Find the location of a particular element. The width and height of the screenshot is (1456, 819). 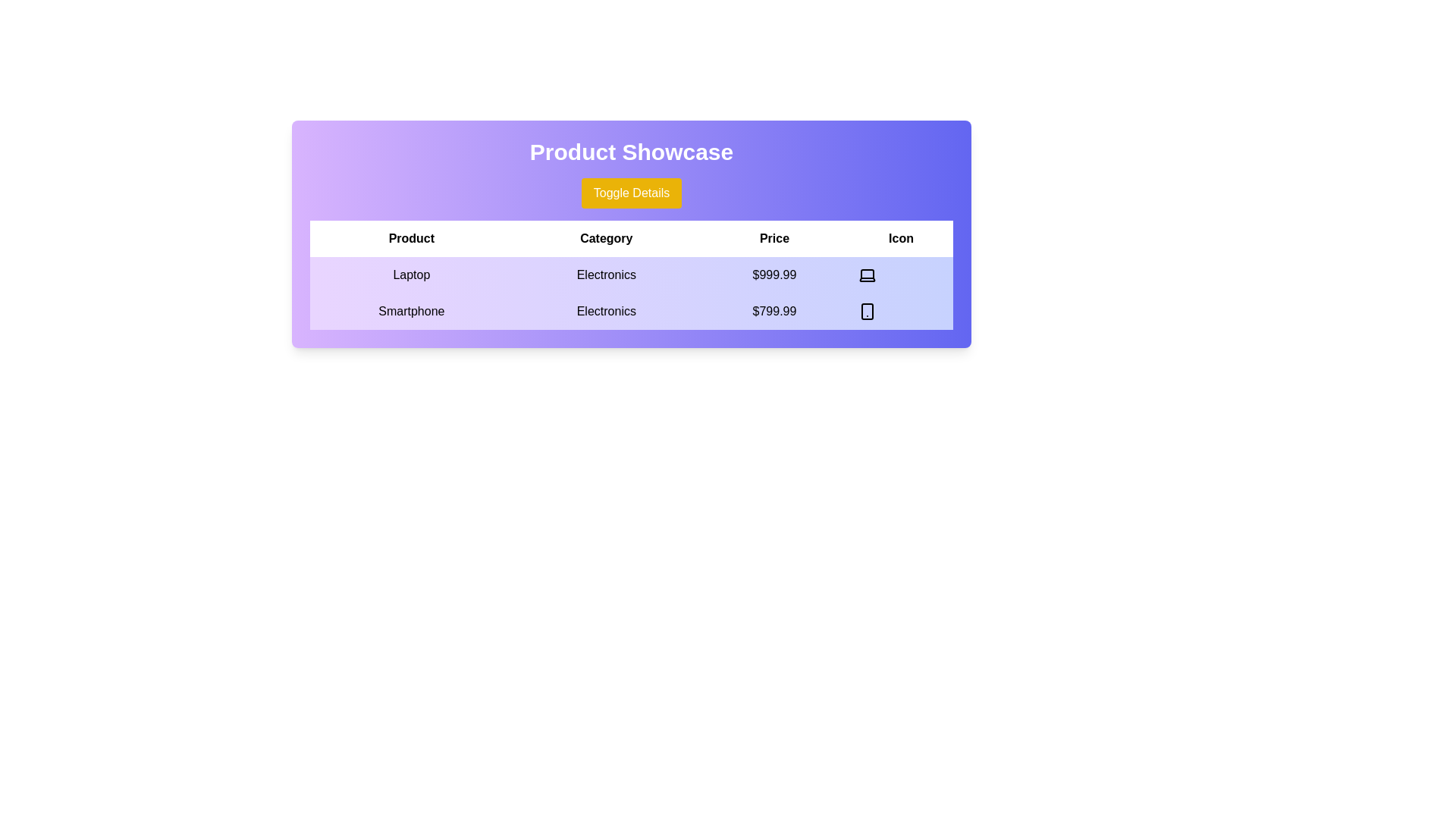

the button located below the 'Product Showcase' title is located at coordinates (632, 192).